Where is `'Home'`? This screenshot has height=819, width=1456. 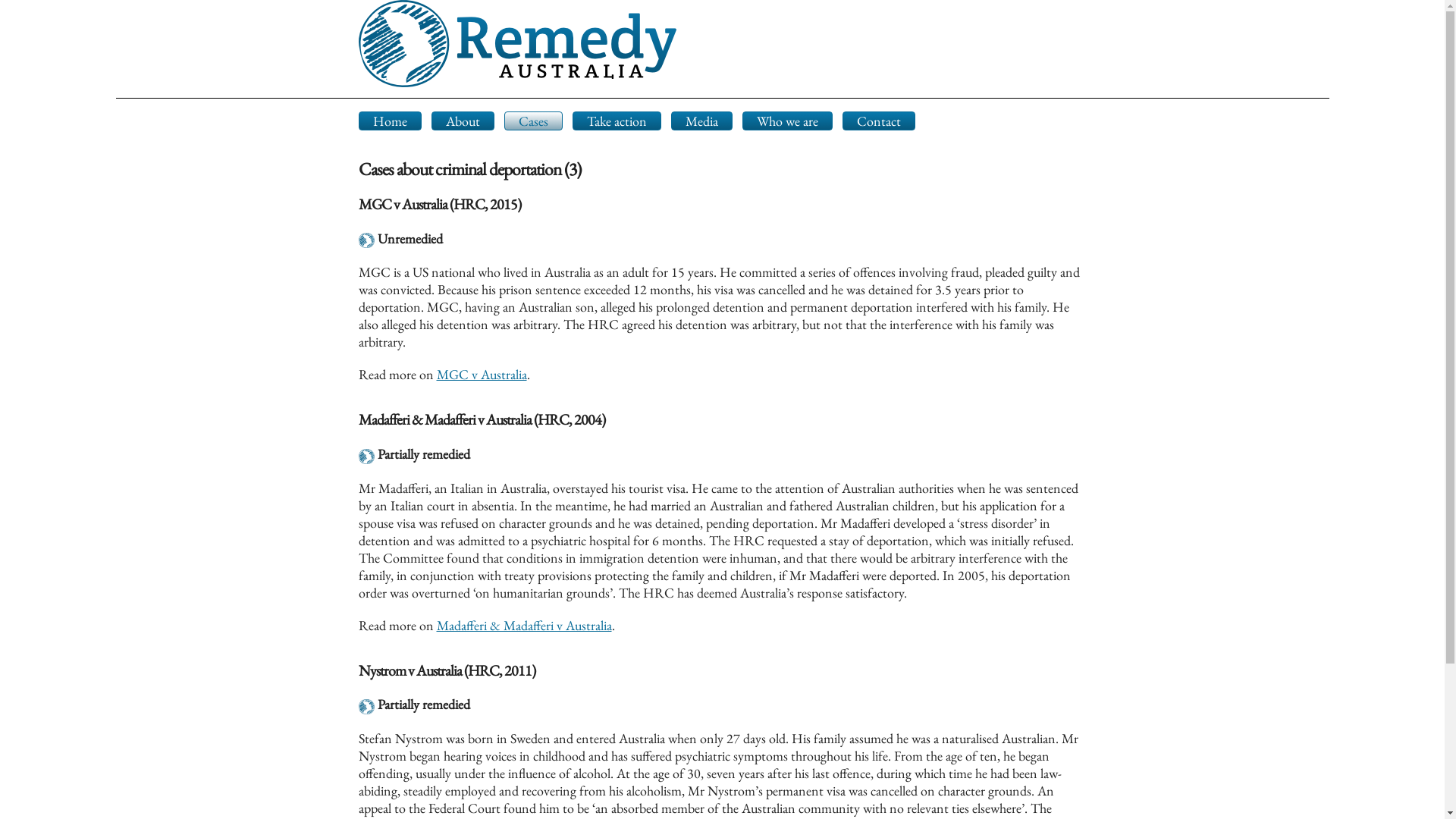 'Home' is located at coordinates (390, 120).